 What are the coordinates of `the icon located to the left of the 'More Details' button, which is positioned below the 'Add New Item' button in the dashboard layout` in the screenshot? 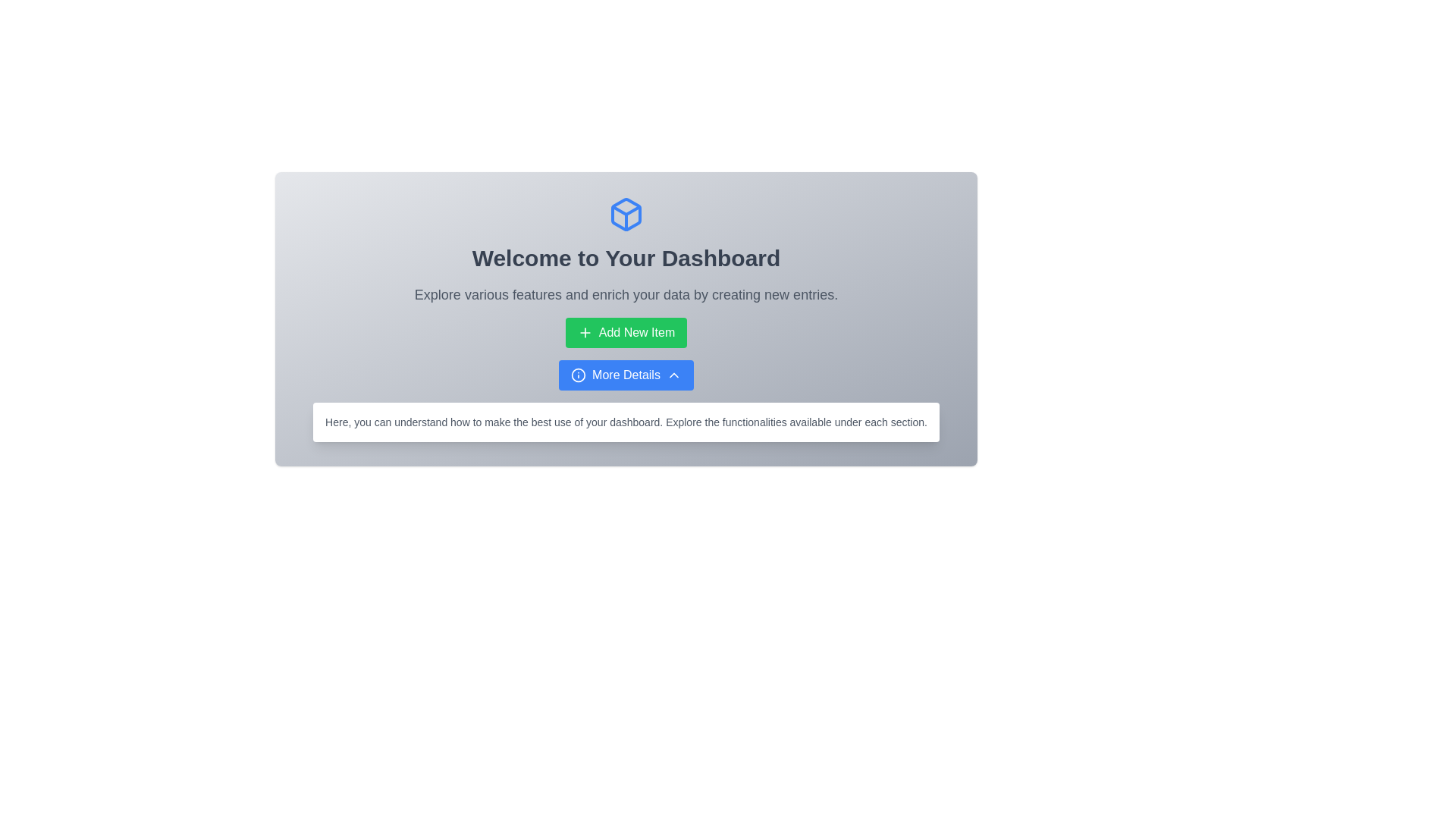 It's located at (578, 375).